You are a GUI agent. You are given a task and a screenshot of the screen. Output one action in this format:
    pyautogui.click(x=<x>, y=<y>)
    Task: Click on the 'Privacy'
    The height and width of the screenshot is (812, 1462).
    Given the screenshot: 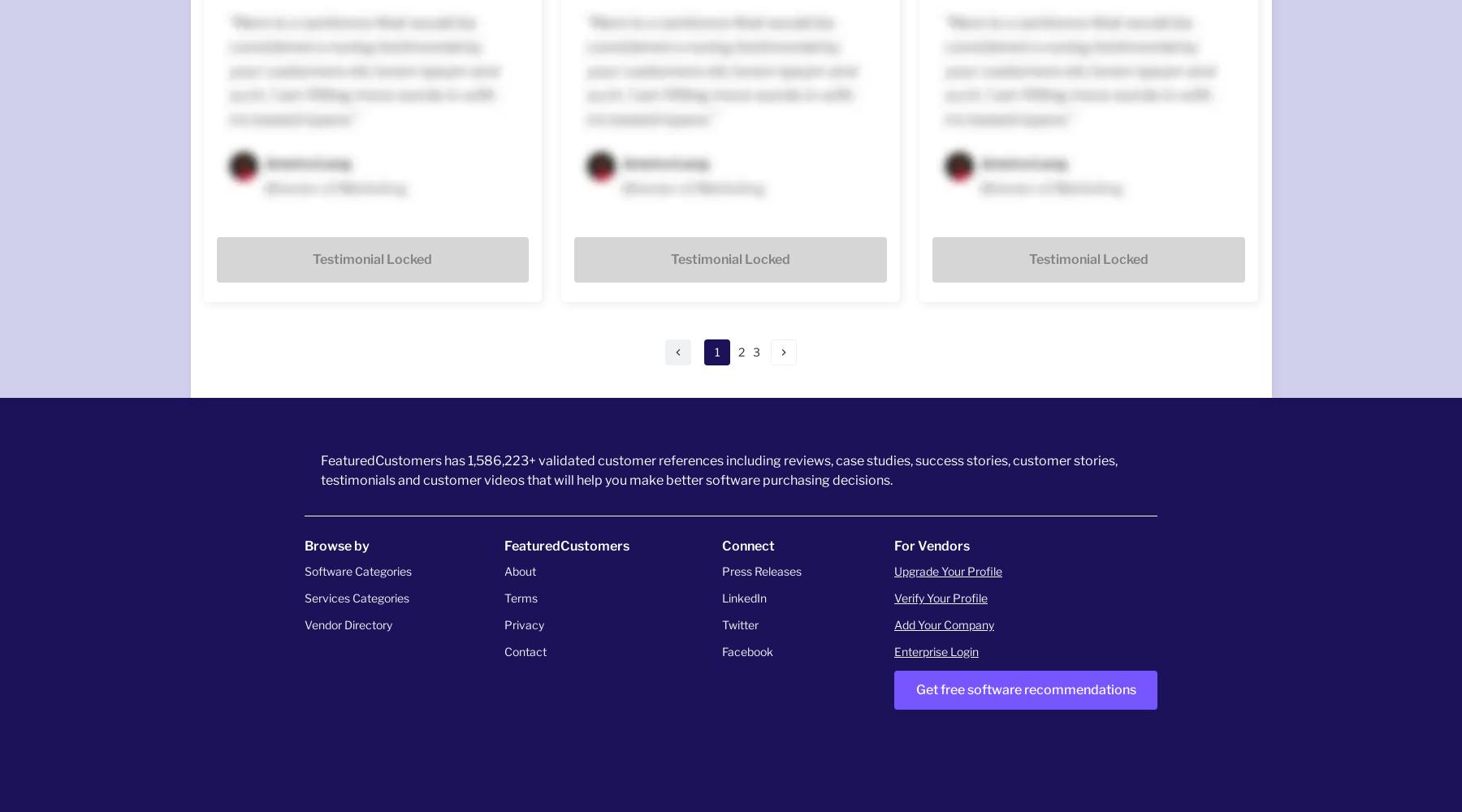 What is the action you would take?
    pyautogui.click(x=524, y=624)
    